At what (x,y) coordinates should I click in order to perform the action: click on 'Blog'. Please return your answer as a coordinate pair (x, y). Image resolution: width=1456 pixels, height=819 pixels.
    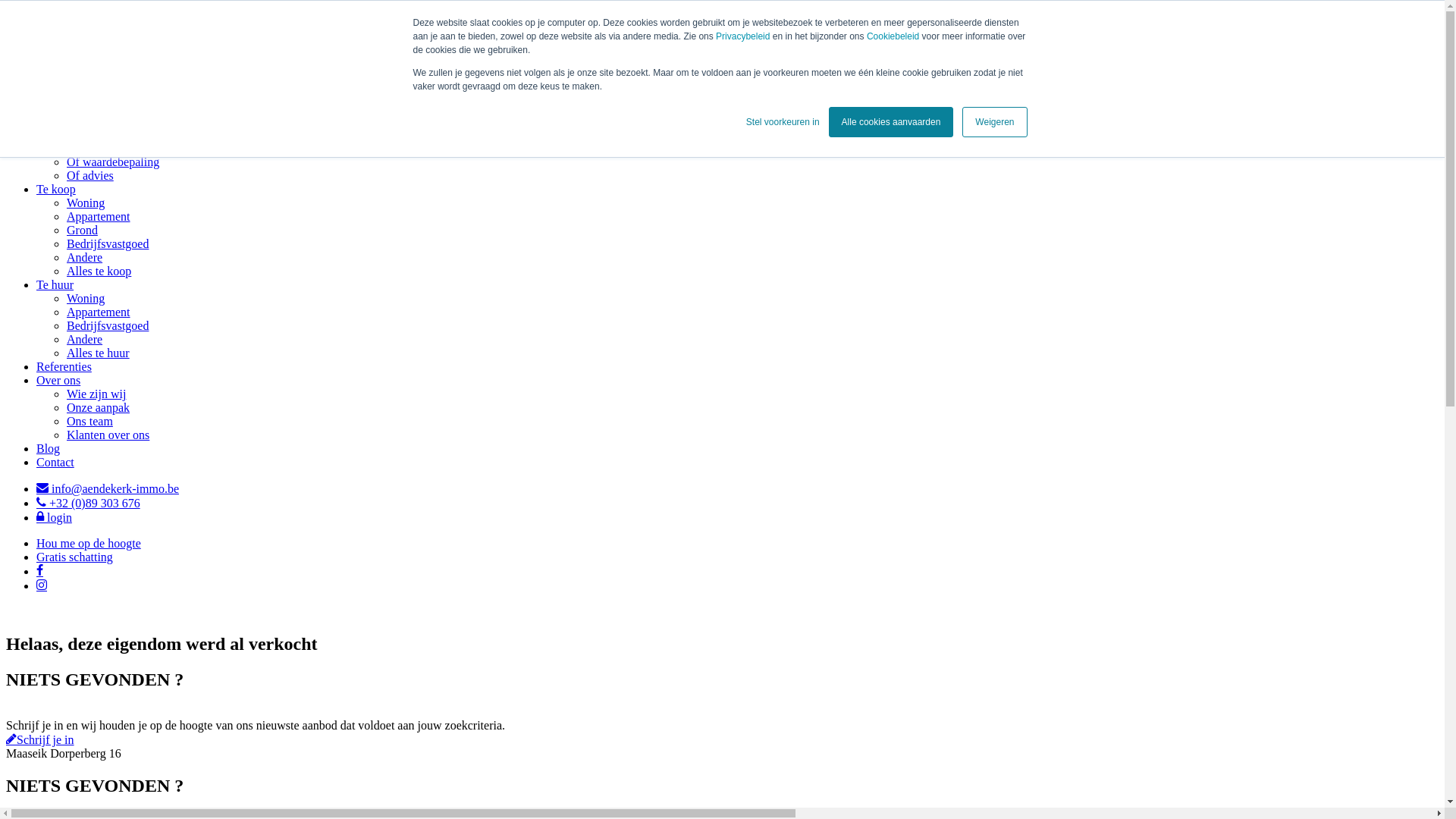
    Looking at the image, I should click on (48, 447).